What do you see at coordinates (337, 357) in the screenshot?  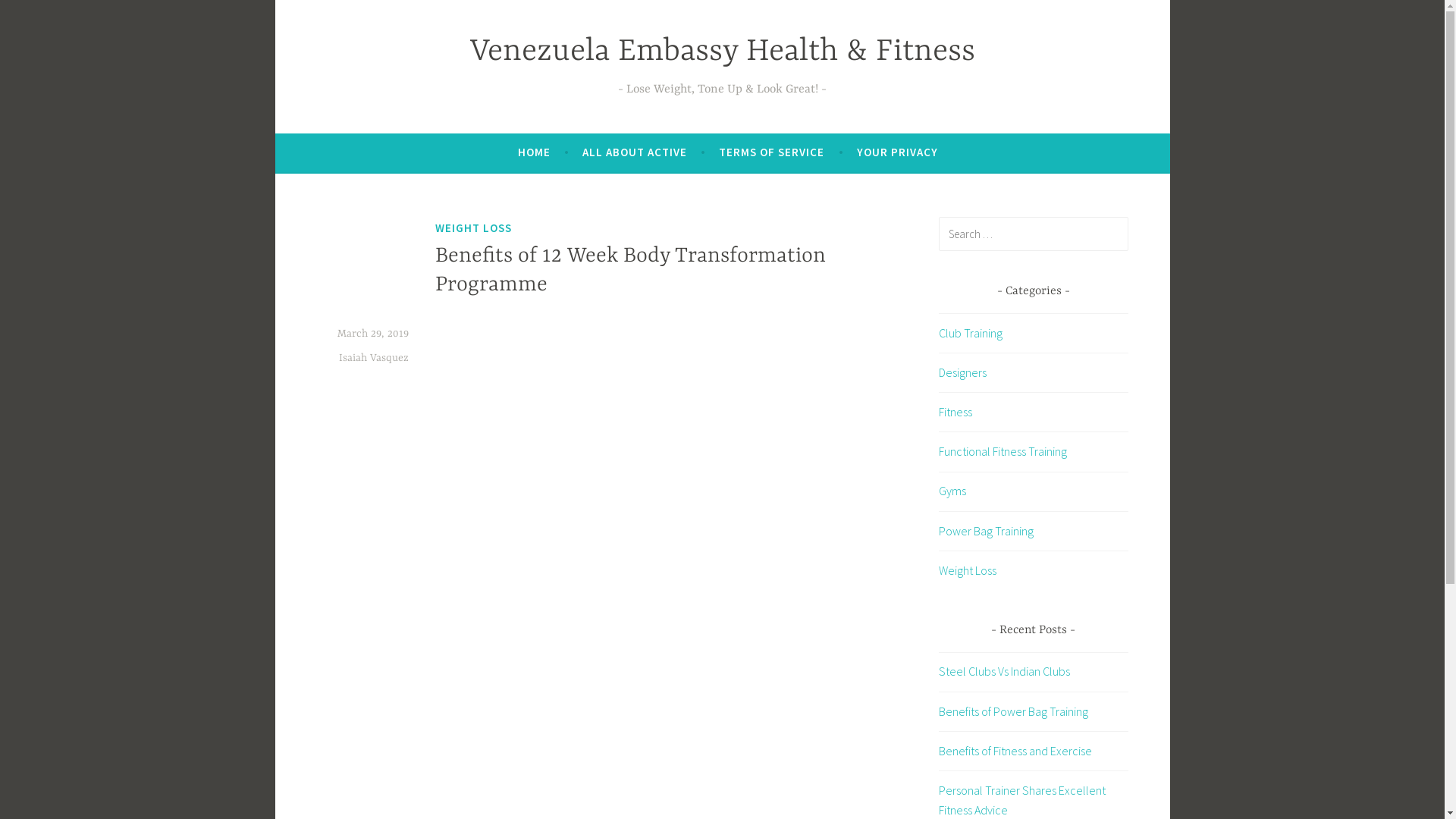 I see `'Isaiah Vasquez'` at bounding box center [337, 357].